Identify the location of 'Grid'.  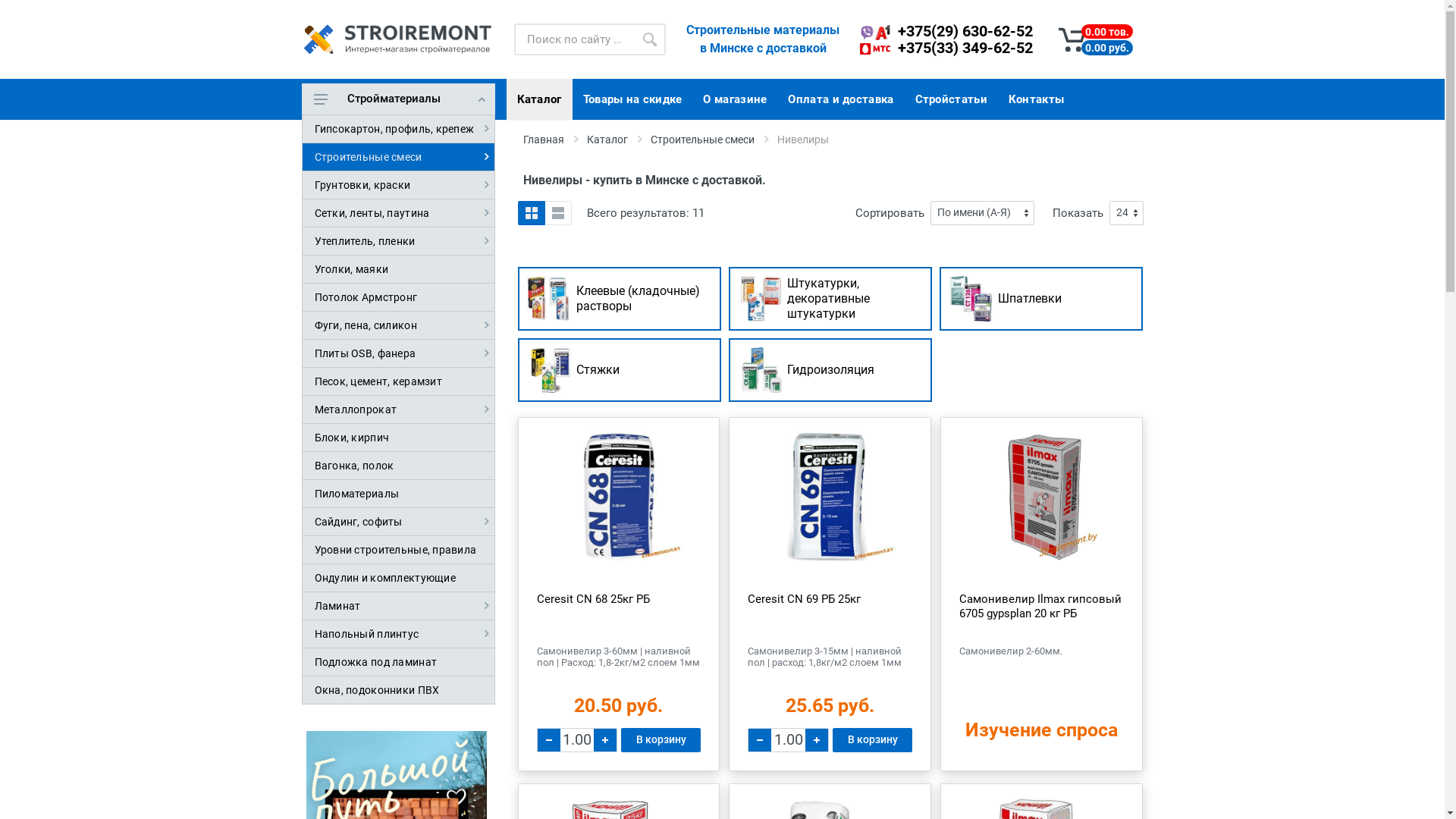
(531, 213).